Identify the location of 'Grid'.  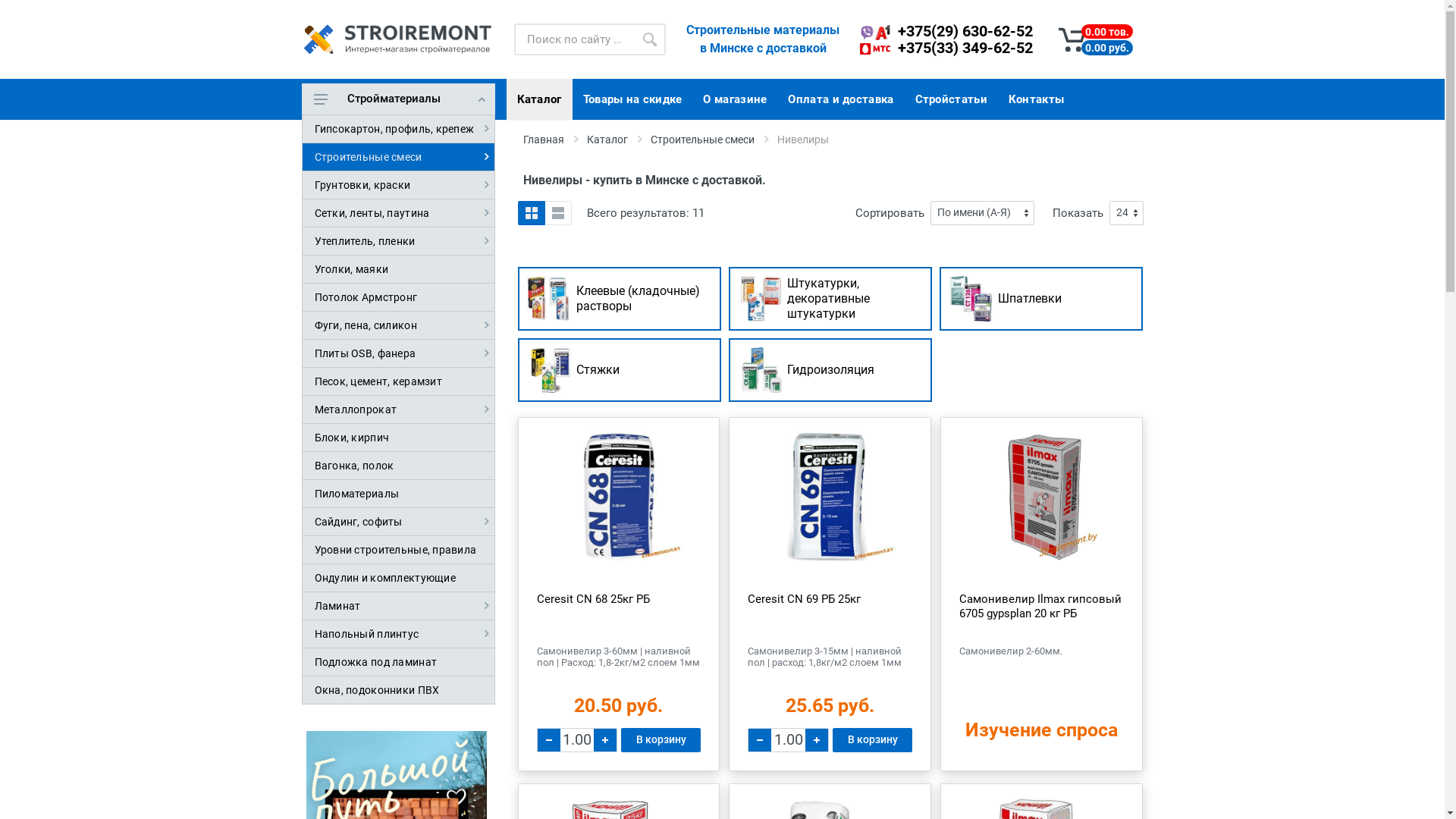
(531, 213).